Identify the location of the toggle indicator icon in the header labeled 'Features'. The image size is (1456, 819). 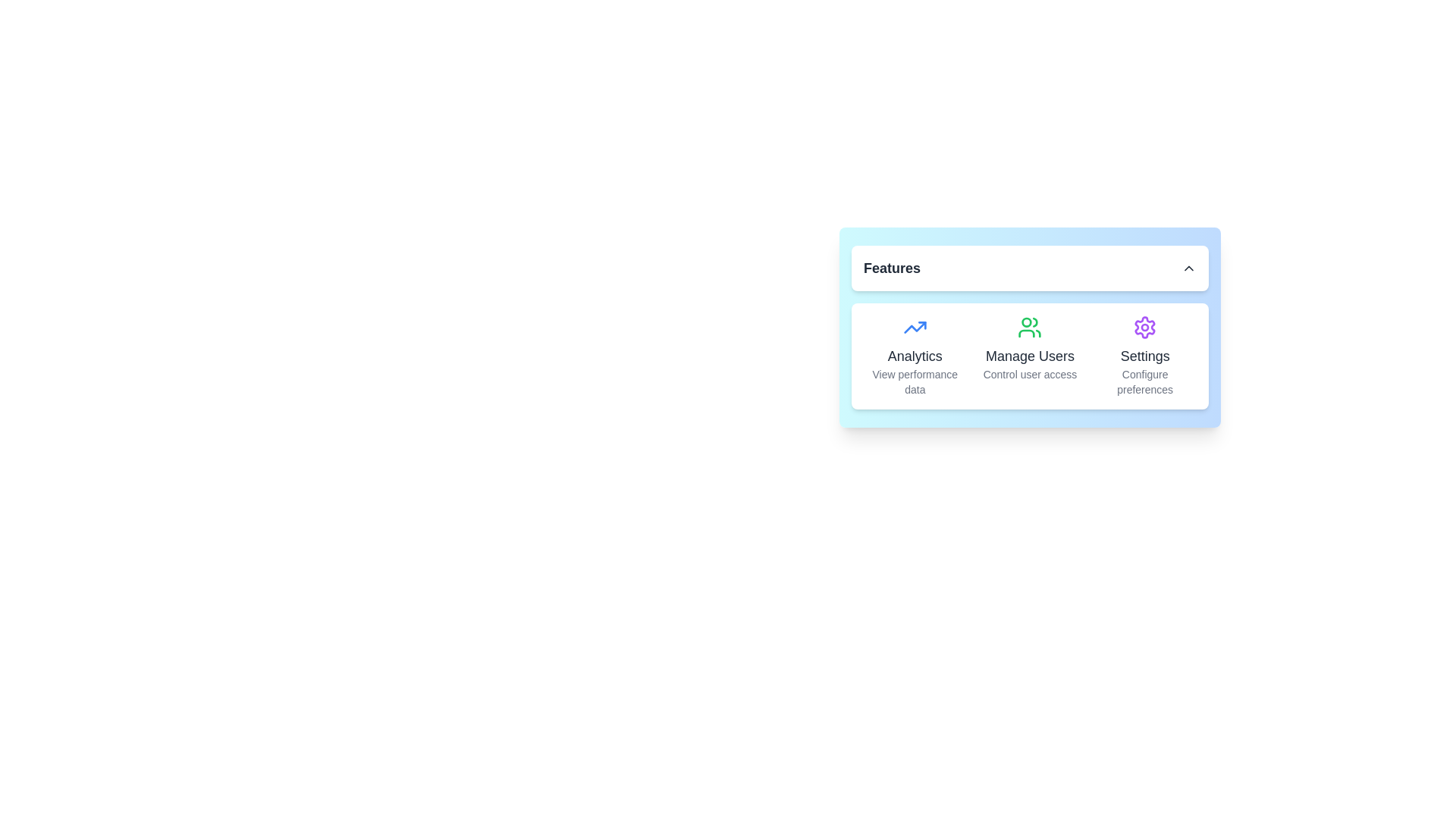
(1188, 268).